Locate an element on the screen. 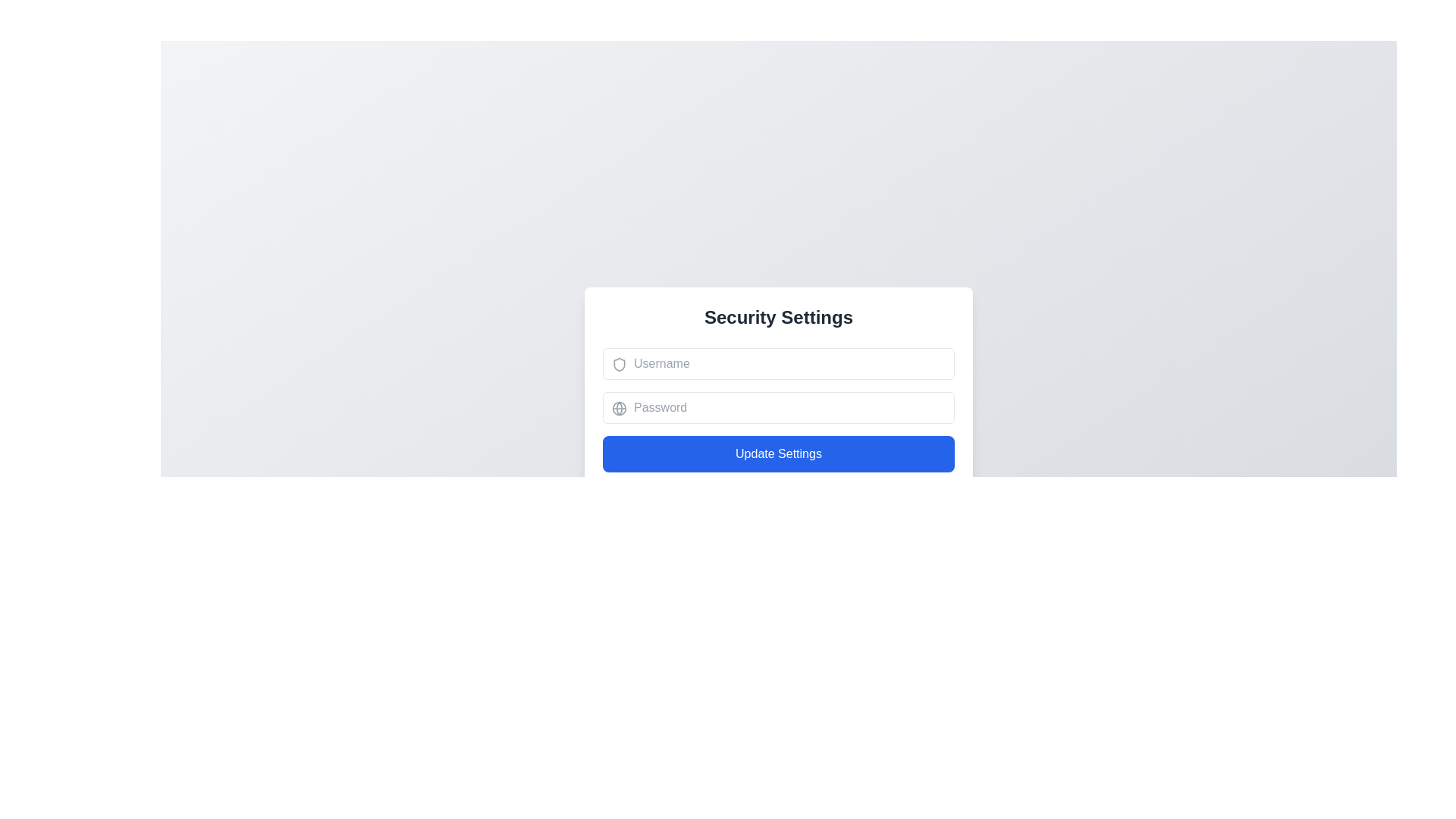  the rectangular blue button labeled 'Update Settings' is located at coordinates (779, 452).